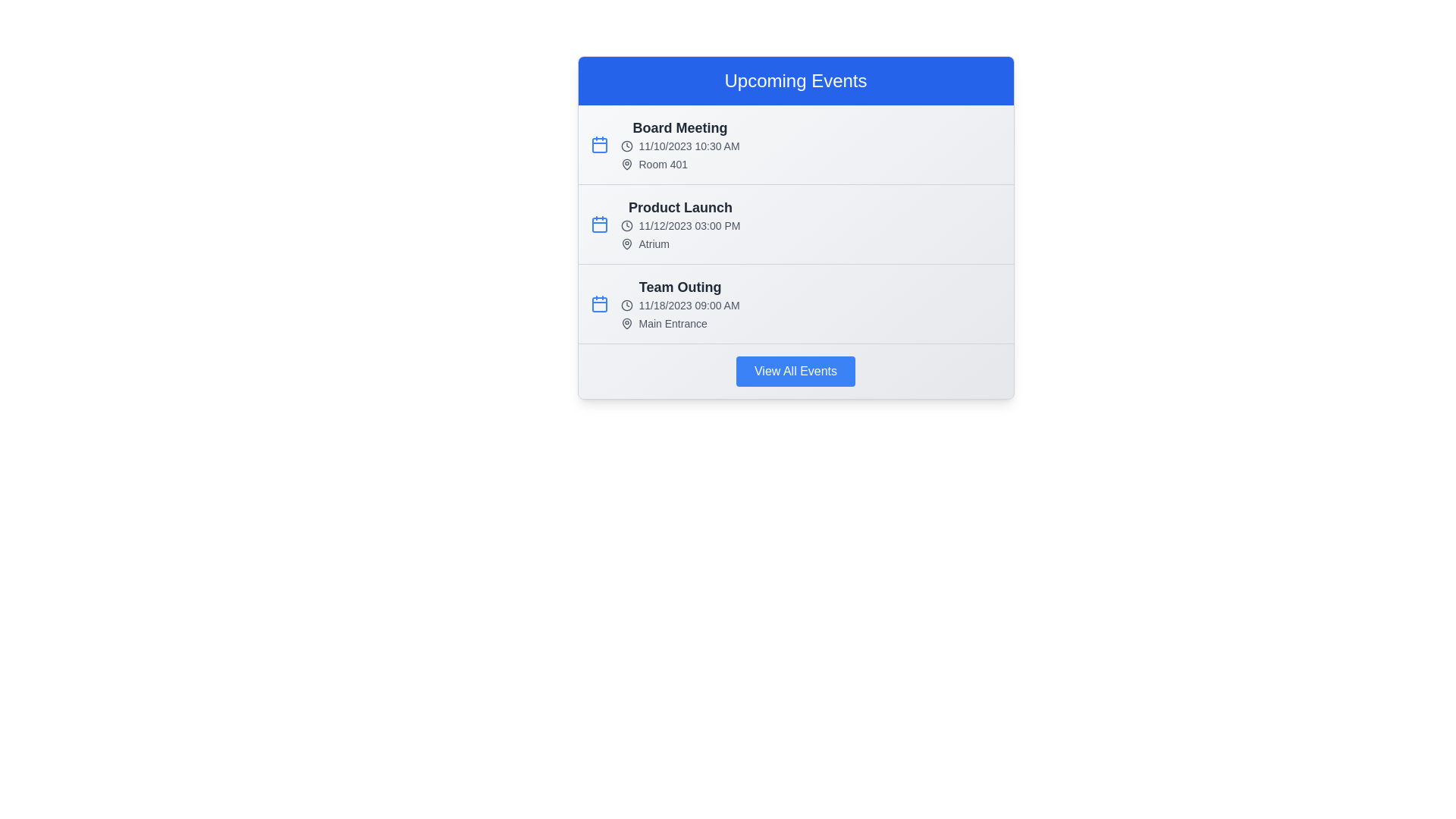 The width and height of the screenshot is (1456, 819). Describe the element at coordinates (626, 164) in the screenshot. I see `the map pin icon located on the left side of the 'Room 401' text in the event information group` at that location.